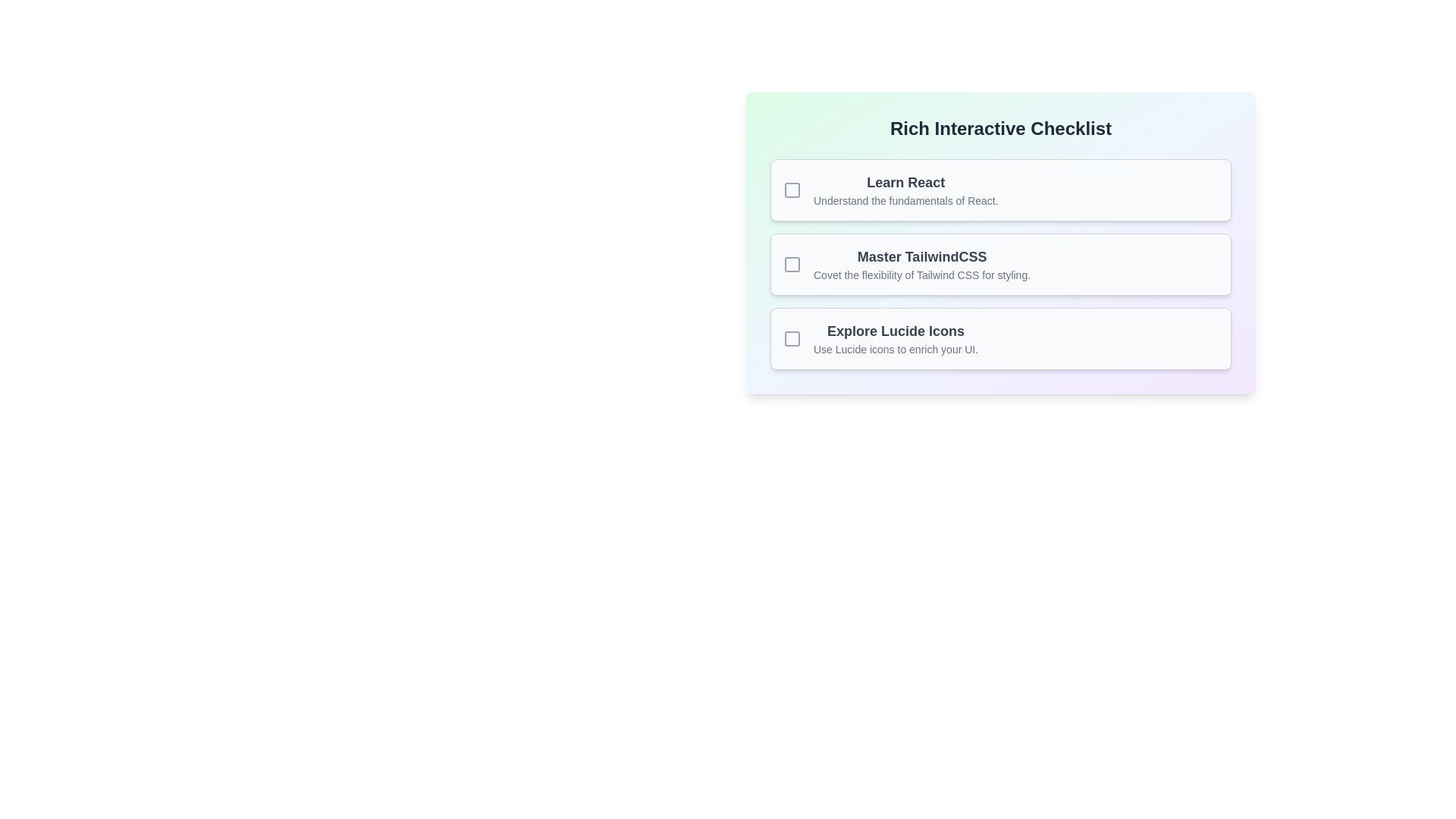  Describe the element at coordinates (905, 181) in the screenshot. I see `the text label that serves as the title for the first checklist item, which indicates the main focus of the item` at that location.